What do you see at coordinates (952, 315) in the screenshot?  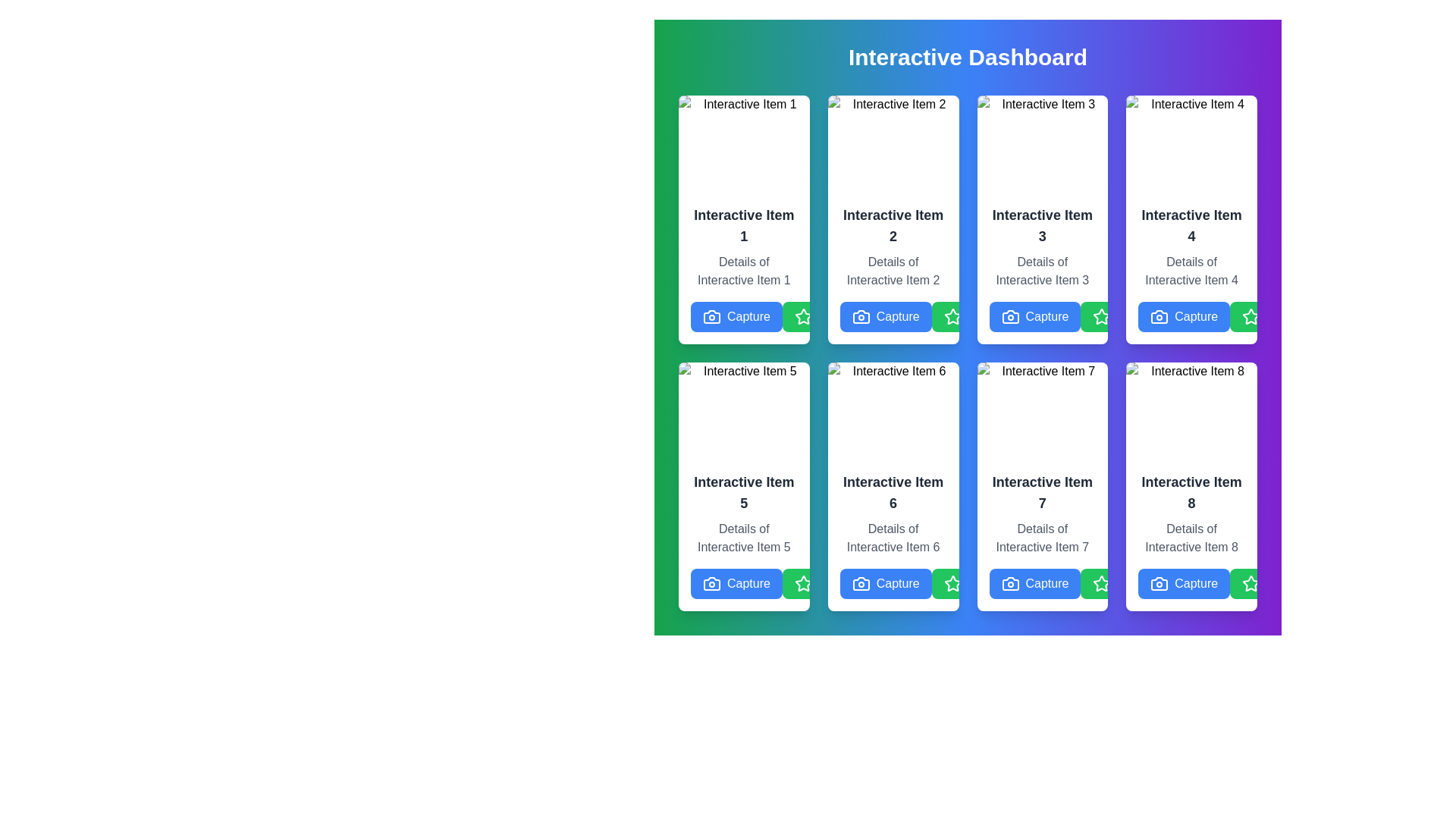 I see `the star-shaped icon within the green button labeled 'Favorite' to mark it as a favorite` at bounding box center [952, 315].